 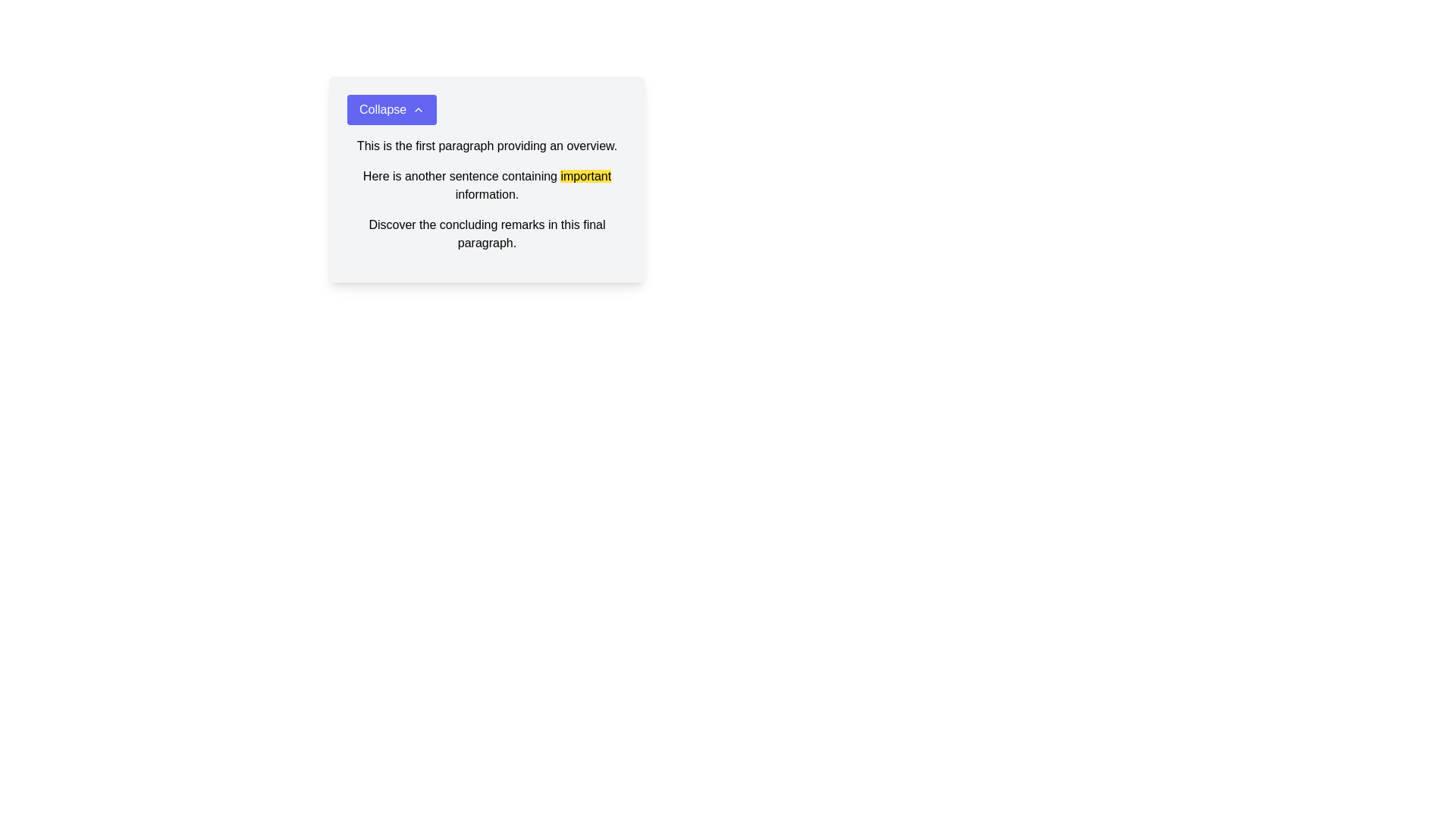 What do you see at coordinates (392, 109) in the screenshot?
I see `the 'Collapse' button with a blue background and upward pointing chevron icon` at bounding box center [392, 109].